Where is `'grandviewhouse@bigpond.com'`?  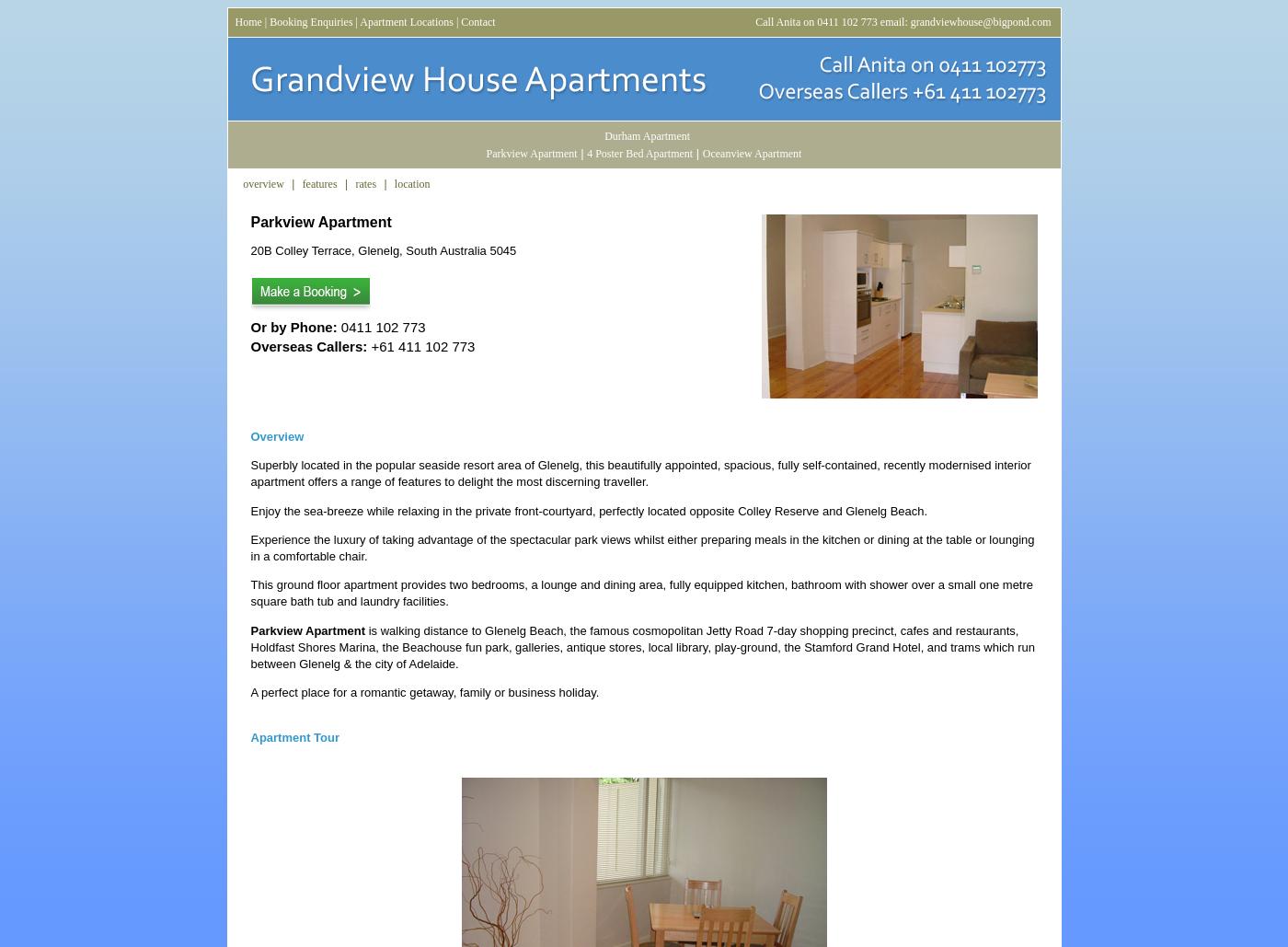 'grandviewhouse@bigpond.com' is located at coordinates (980, 21).